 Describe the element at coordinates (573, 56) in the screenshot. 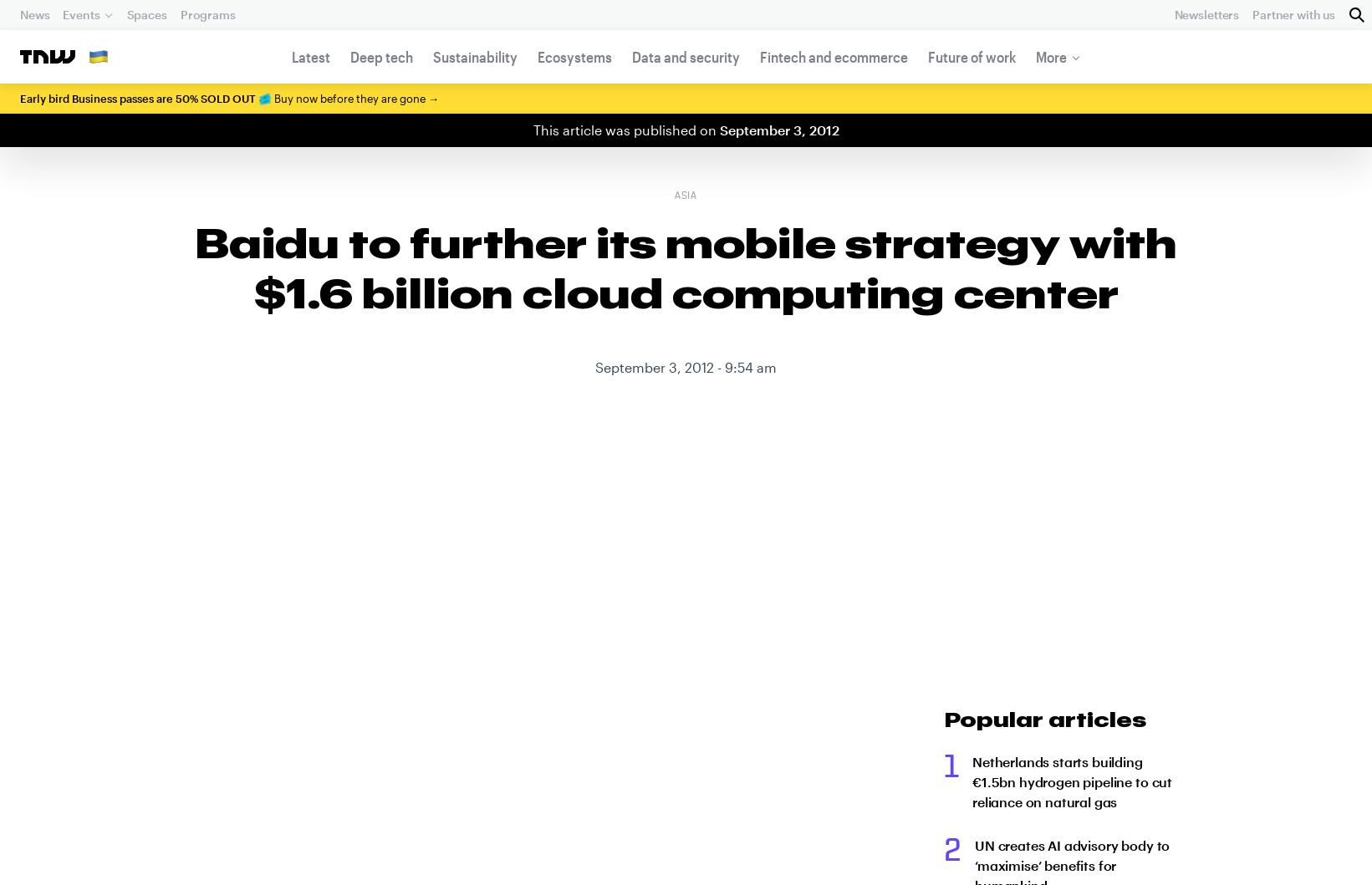

I see `'Ecosystems'` at that location.